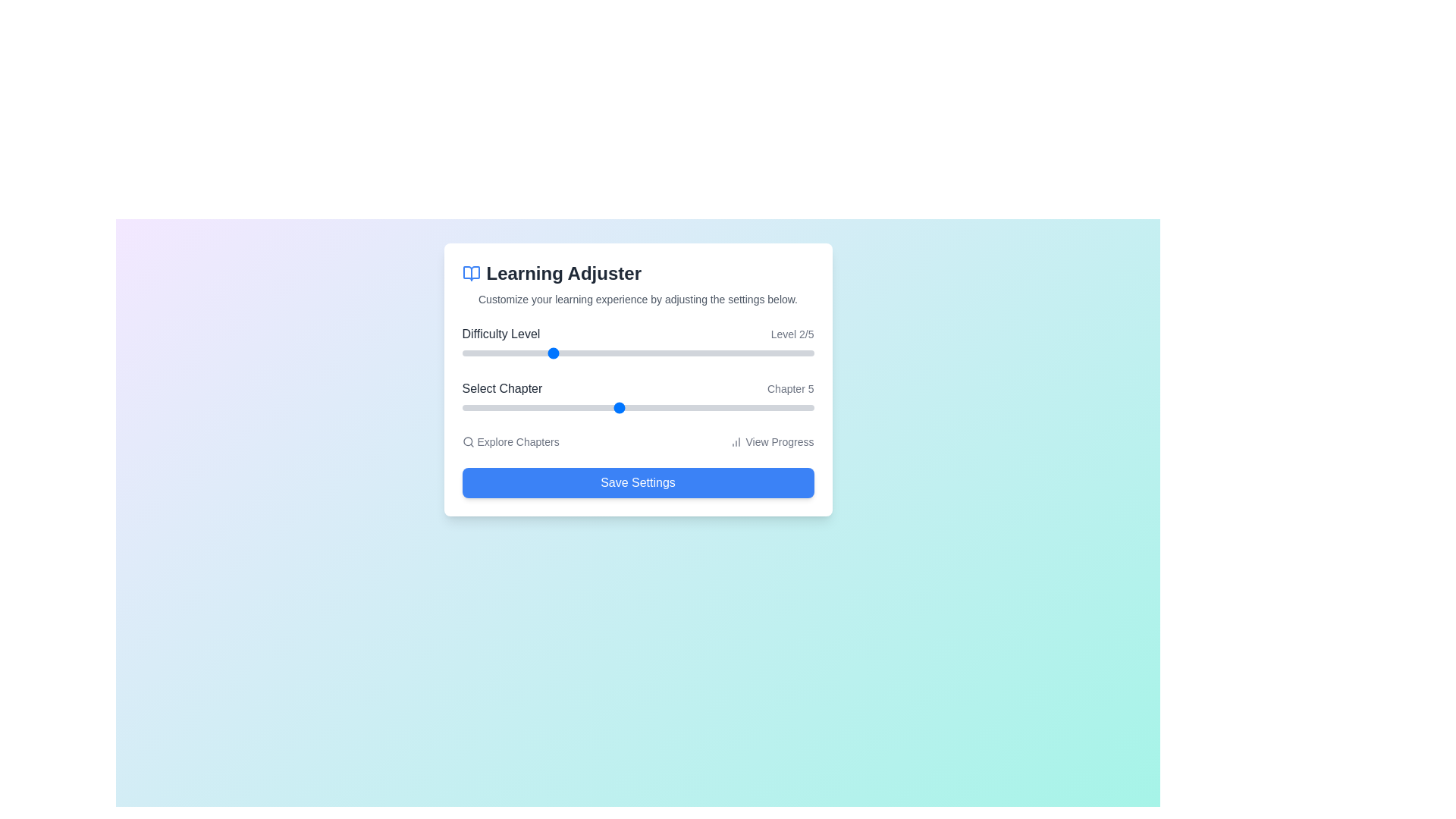 The image size is (1456, 819). Describe the element at coordinates (579, 406) in the screenshot. I see `the chapter` at that location.